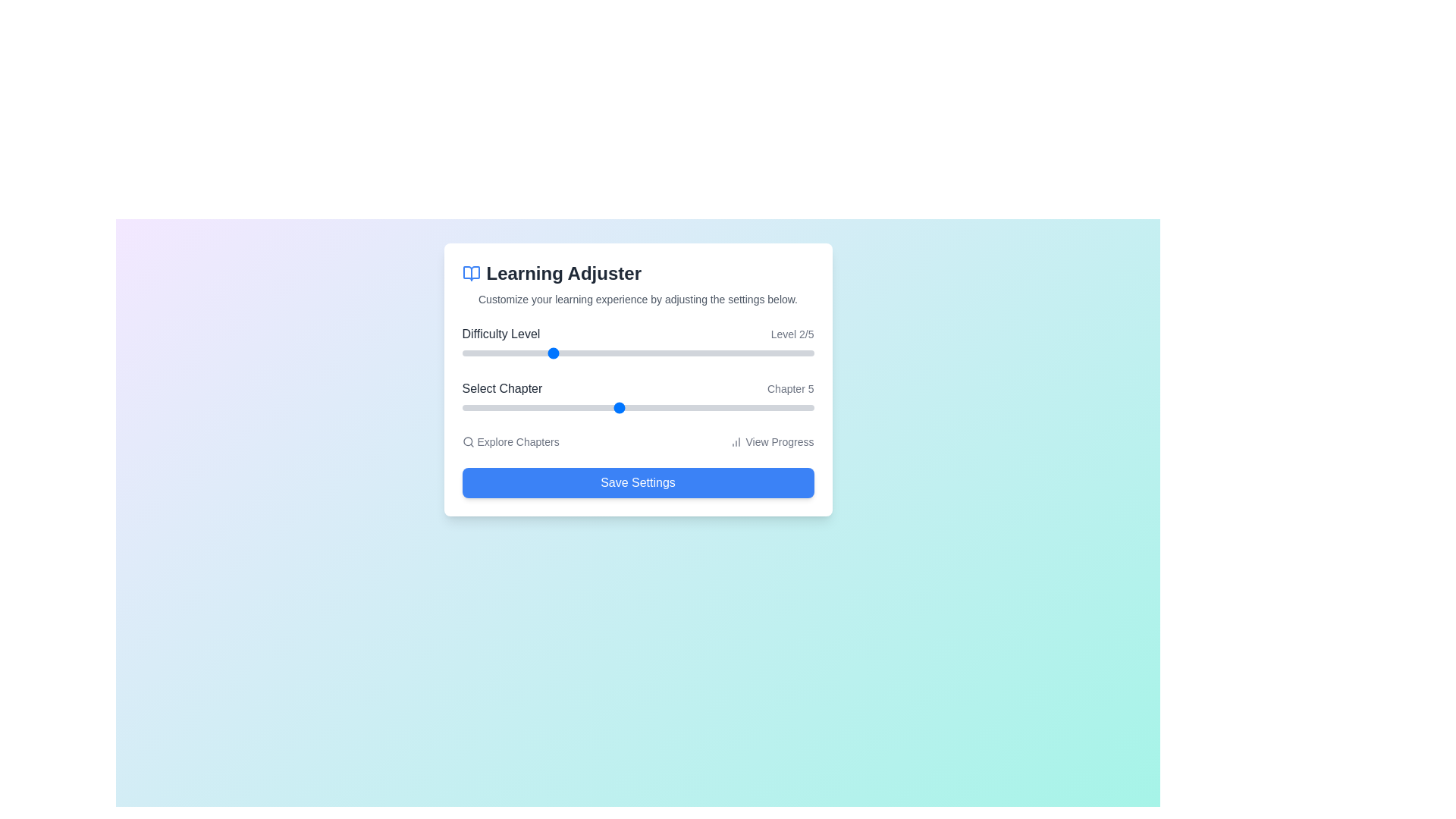 The image size is (1456, 819). Describe the element at coordinates (579, 406) in the screenshot. I see `the chapter` at that location.